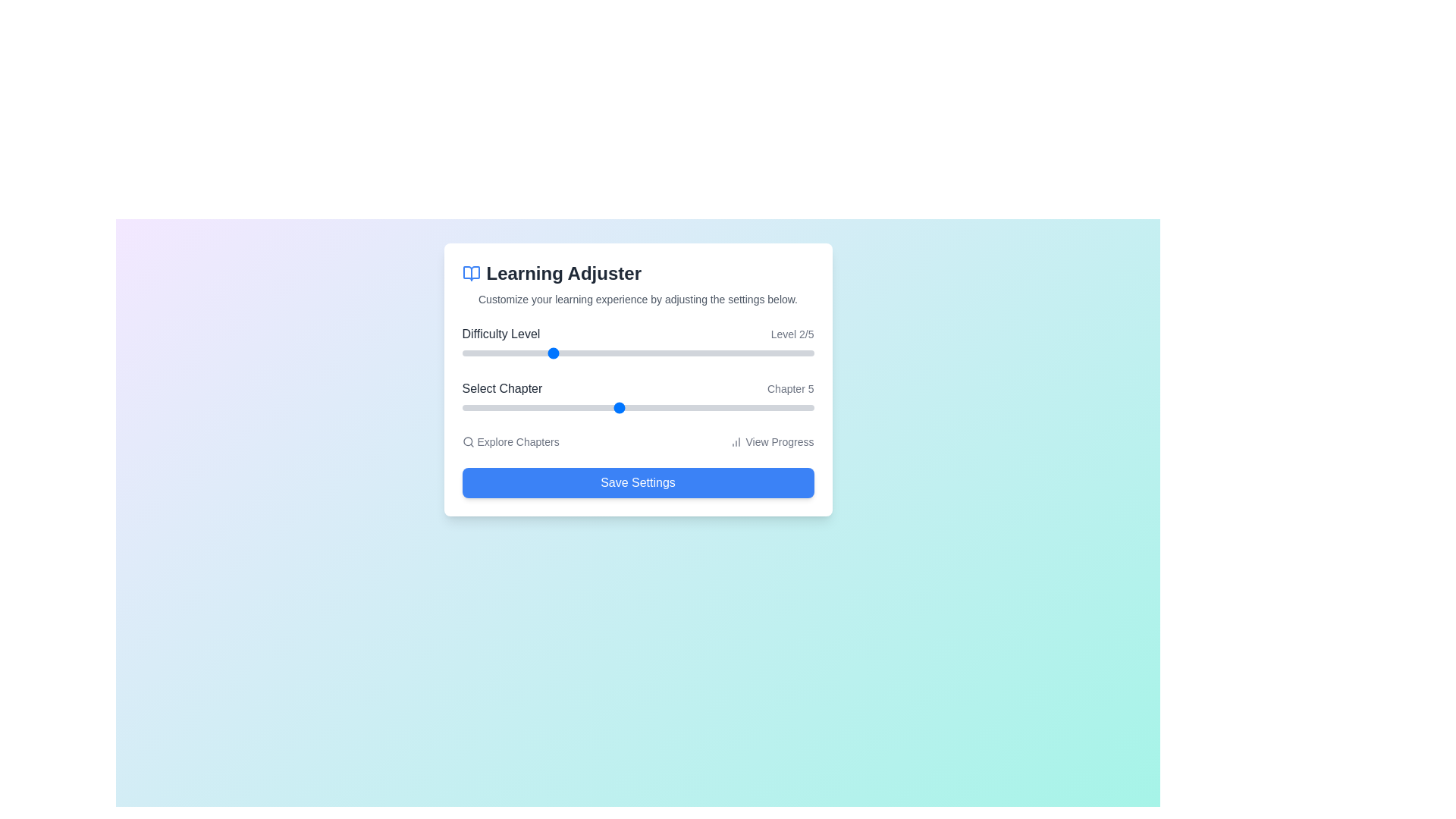 The image size is (1456, 819). Describe the element at coordinates (579, 406) in the screenshot. I see `the chapter` at that location.